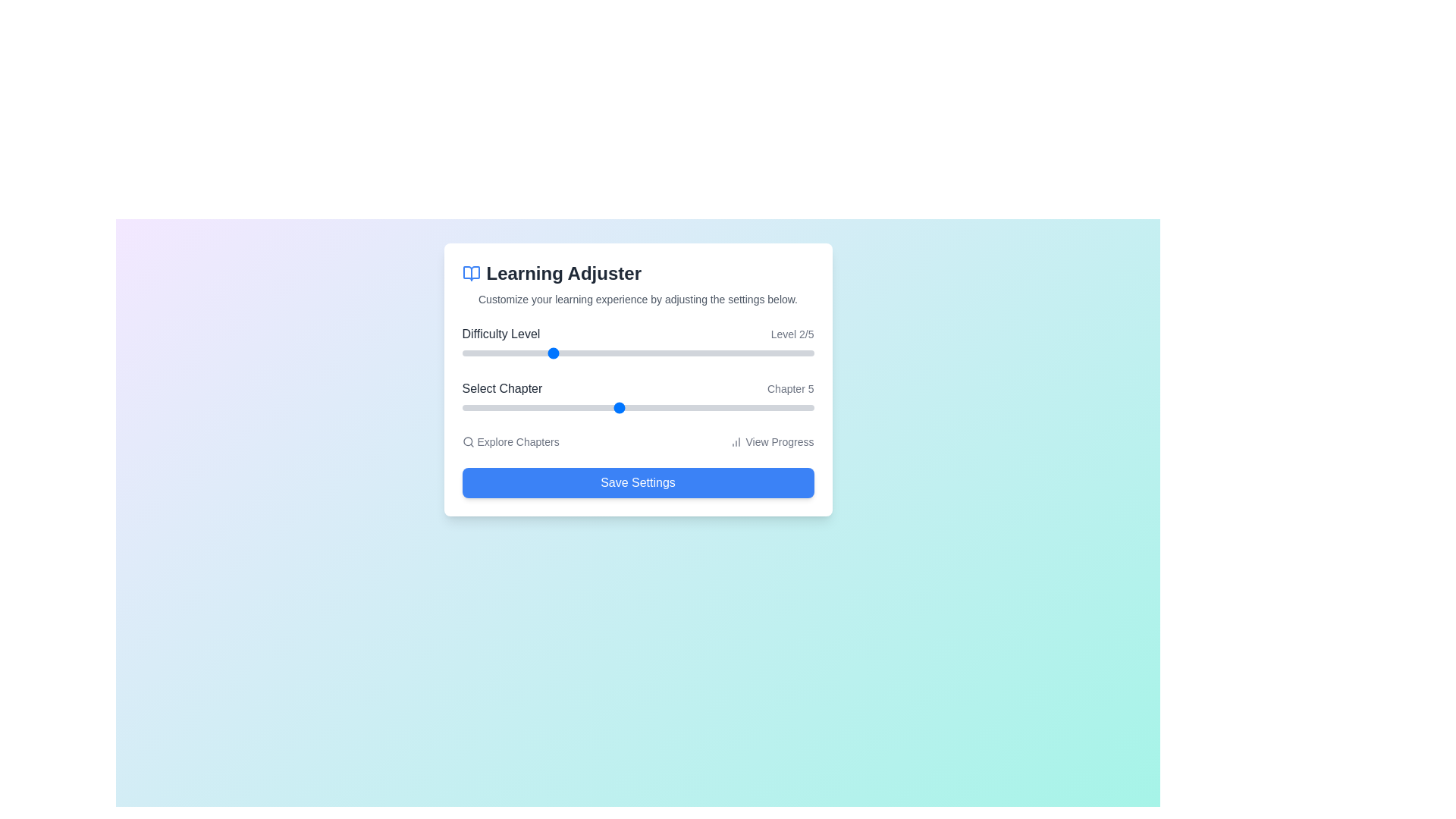 The image size is (1456, 819). Describe the element at coordinates (579, 406) in the screenshot. I see `the chapter` at that location.